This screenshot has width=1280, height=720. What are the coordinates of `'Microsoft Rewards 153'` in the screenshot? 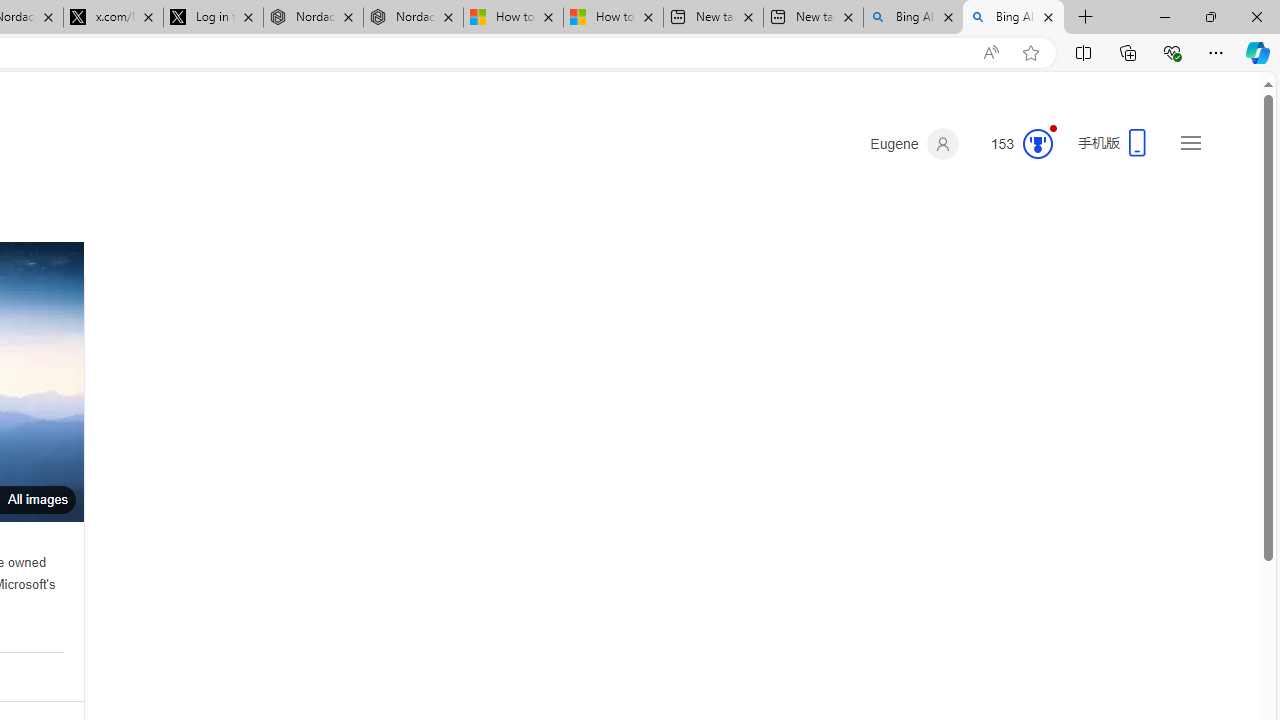 It's located at (1014, 143).